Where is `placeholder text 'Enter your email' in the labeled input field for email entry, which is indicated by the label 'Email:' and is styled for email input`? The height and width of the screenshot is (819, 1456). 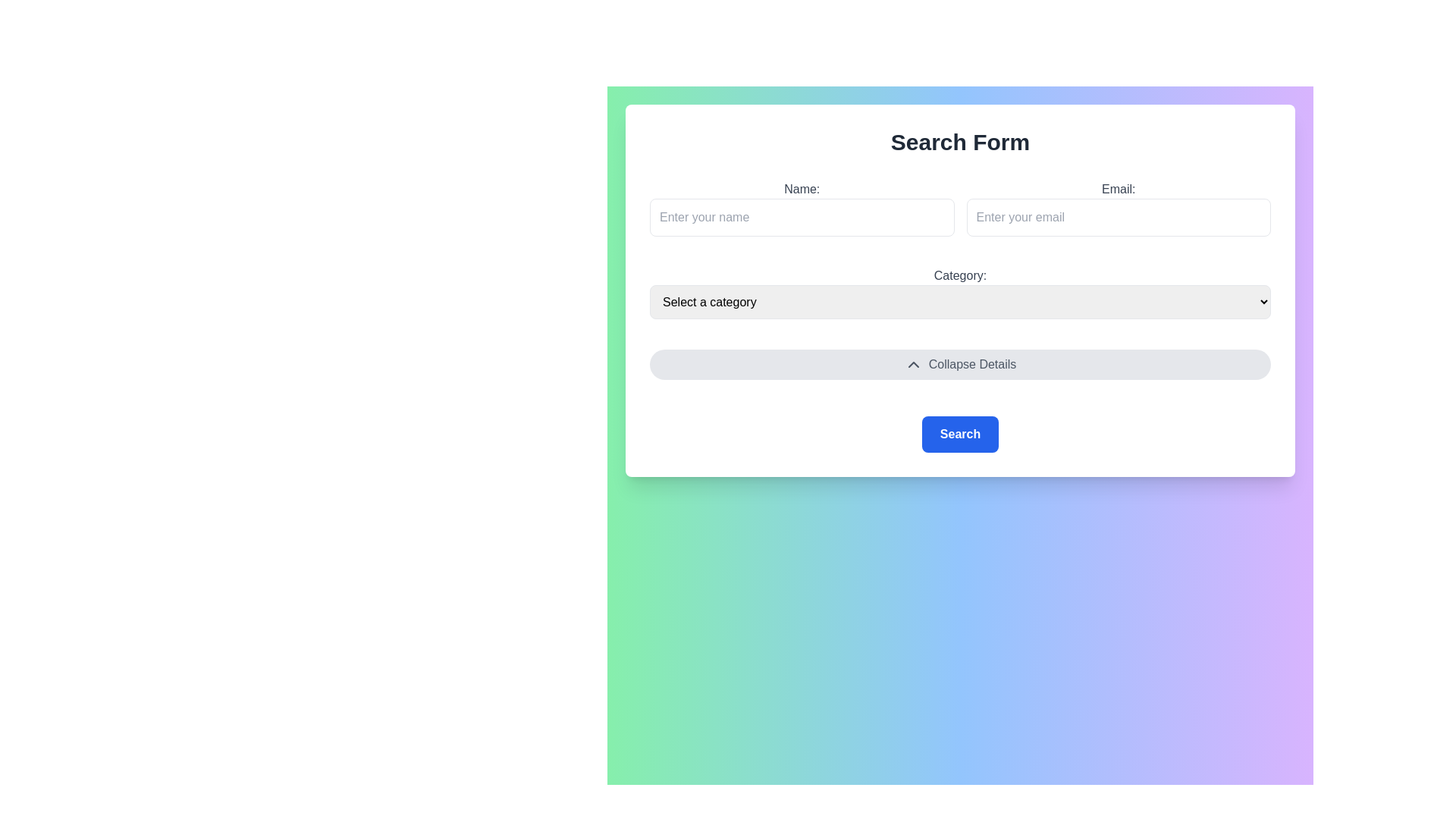
placeholder text 'Enter your email' in the labeled input field for email entry, which is indicated by the label 'Email:' and is styled for email input is located at coordinates (1119, 208).